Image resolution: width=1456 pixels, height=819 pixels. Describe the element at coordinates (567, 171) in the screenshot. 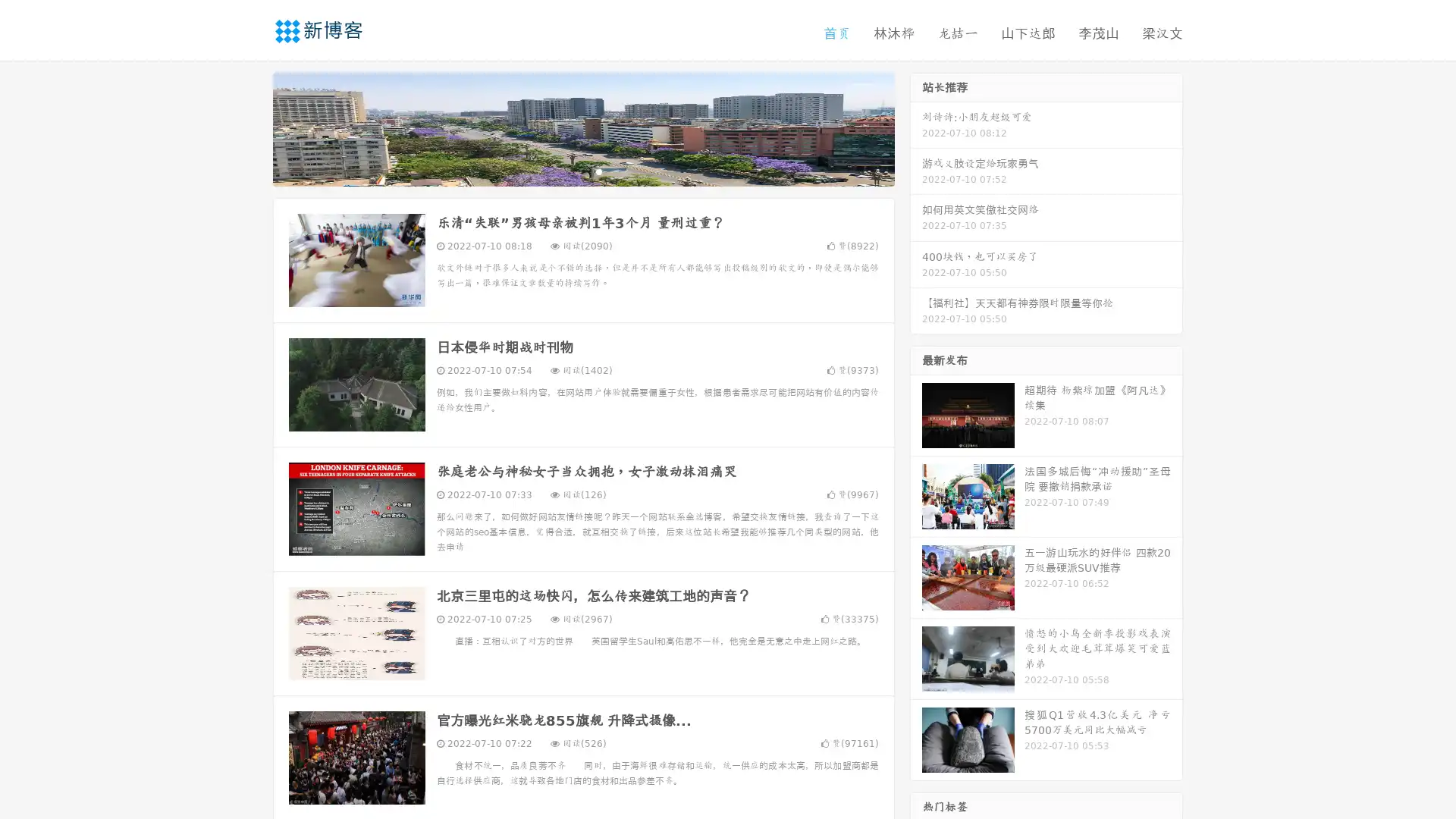

I see `Go to slide 1` at that location.